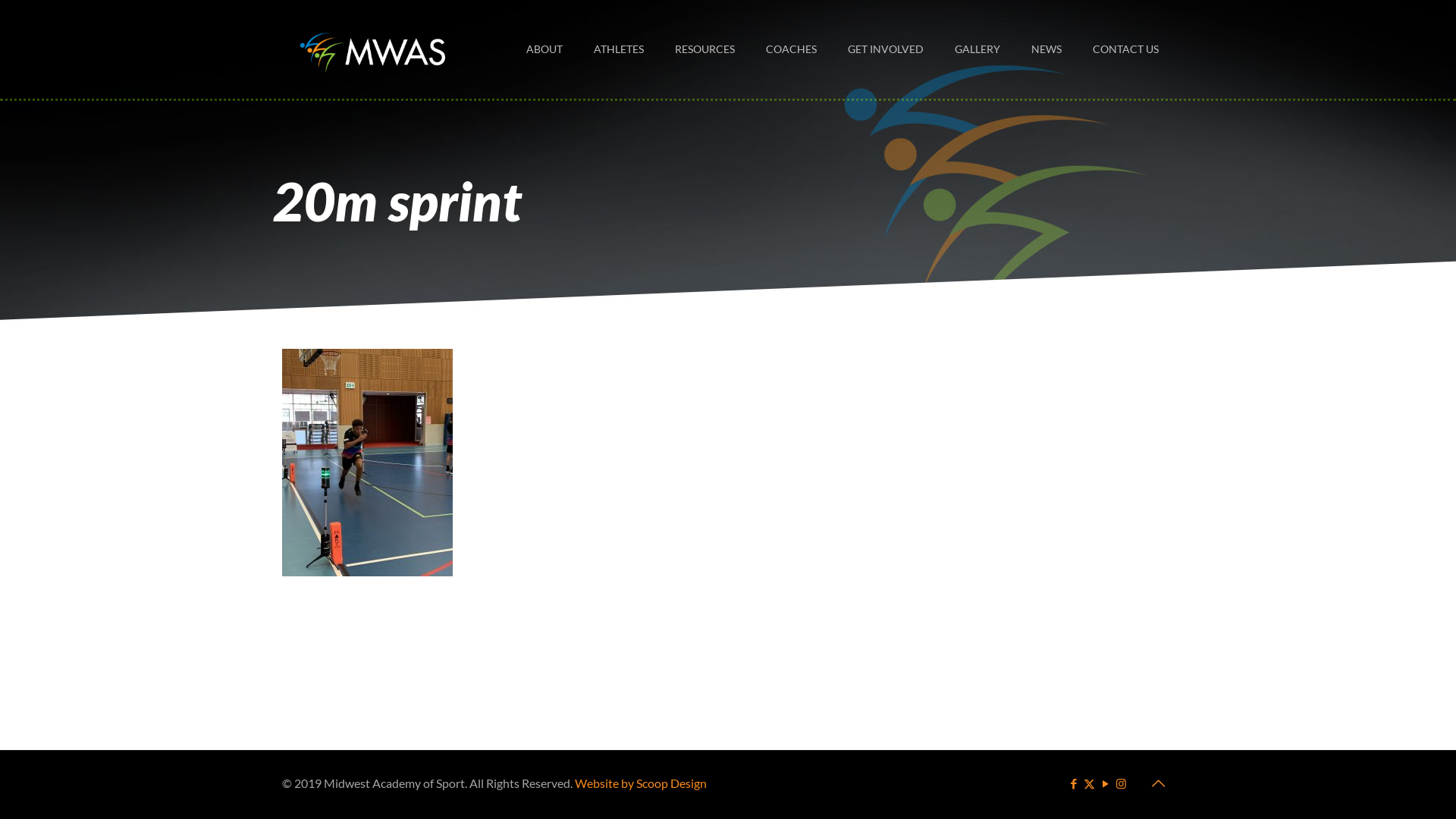 This screenshot has width=1456, height=819. What do you see at coordinates (977, 49) in the screenshot?
I see `'GALLERY'` at bounding box center [977, 49].